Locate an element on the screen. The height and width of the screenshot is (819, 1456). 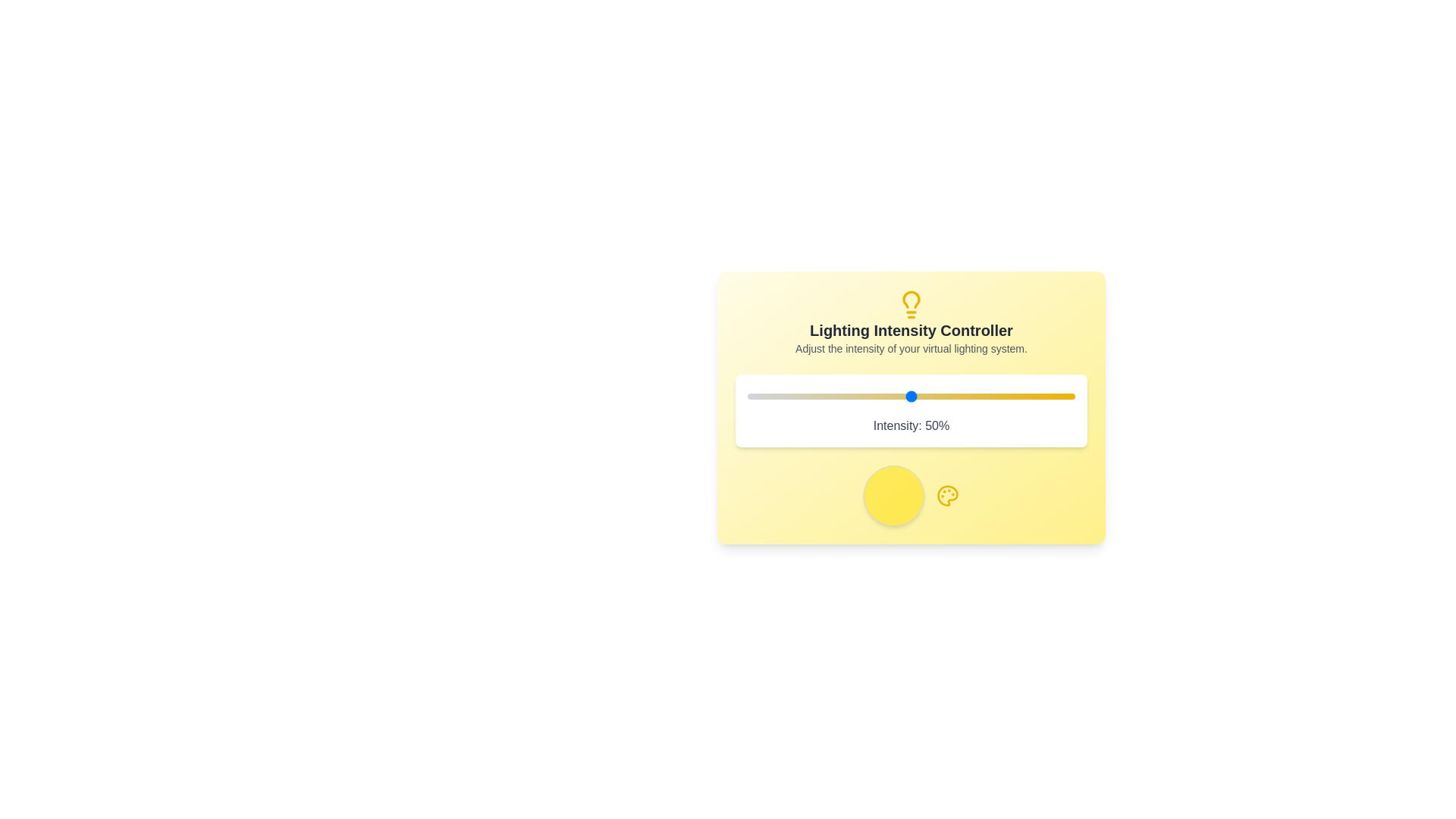
the slider to set the lighting intensity to 67% is located at coordinates (966, 396).